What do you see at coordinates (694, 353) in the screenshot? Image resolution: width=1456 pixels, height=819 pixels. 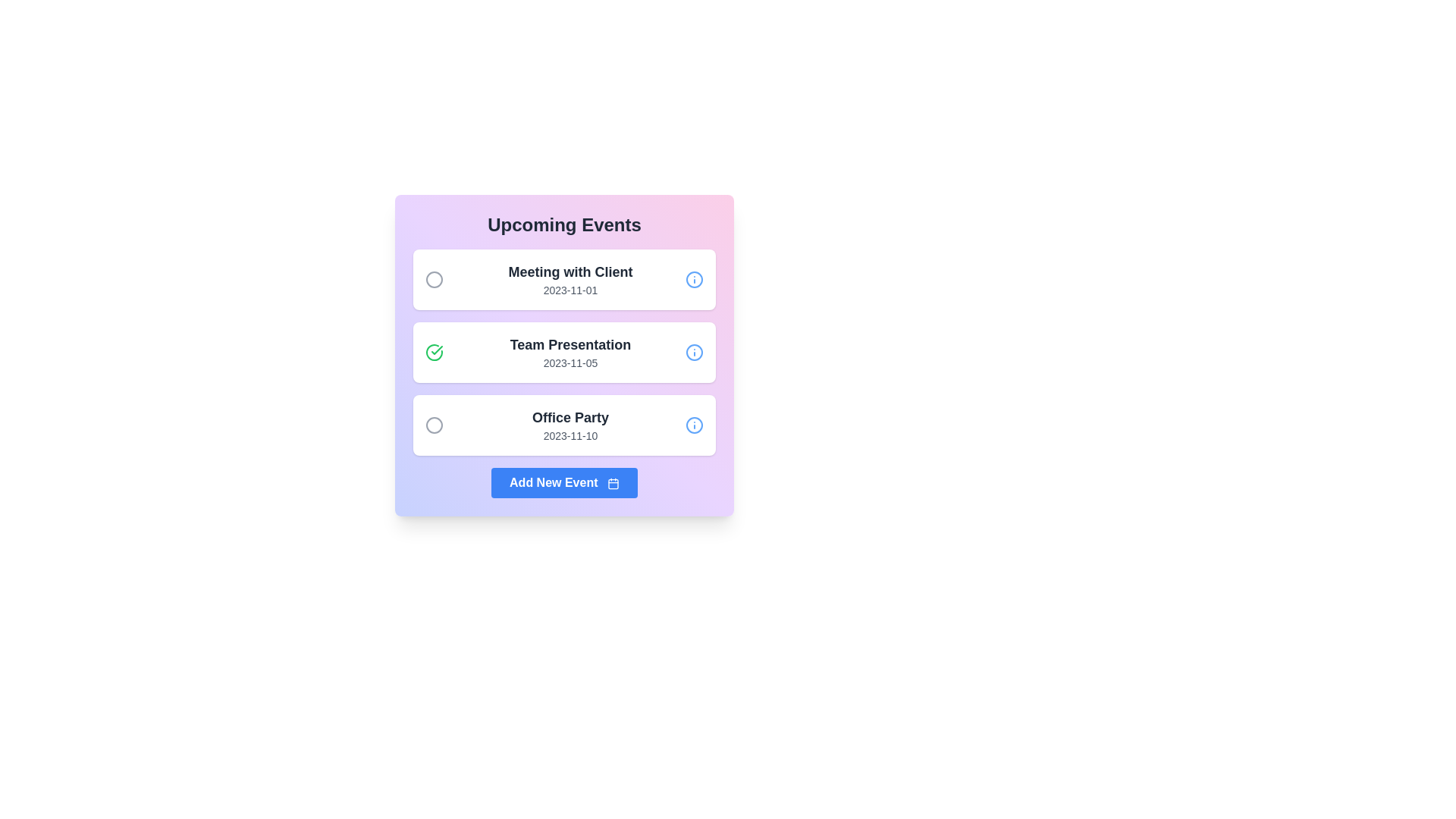 I see `the icon located to the far right of the 'Team Presentation' section, next to '2023-11-05'` at bounding box center [694, 353].